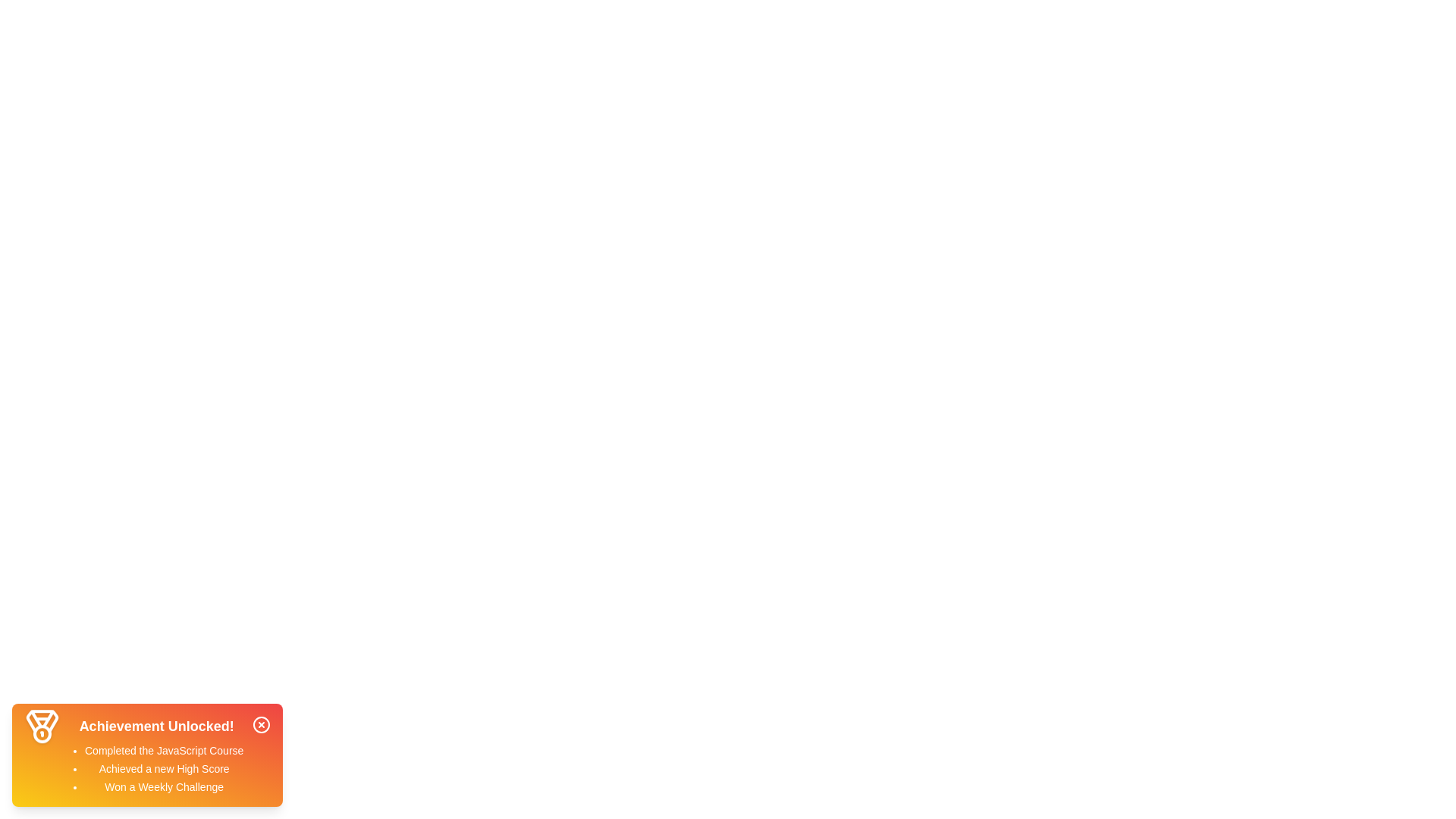 Image resolution: width=1456 pixels, height=819 pixels. I want to click on the medal icon to focus on it, so click(42, 730).